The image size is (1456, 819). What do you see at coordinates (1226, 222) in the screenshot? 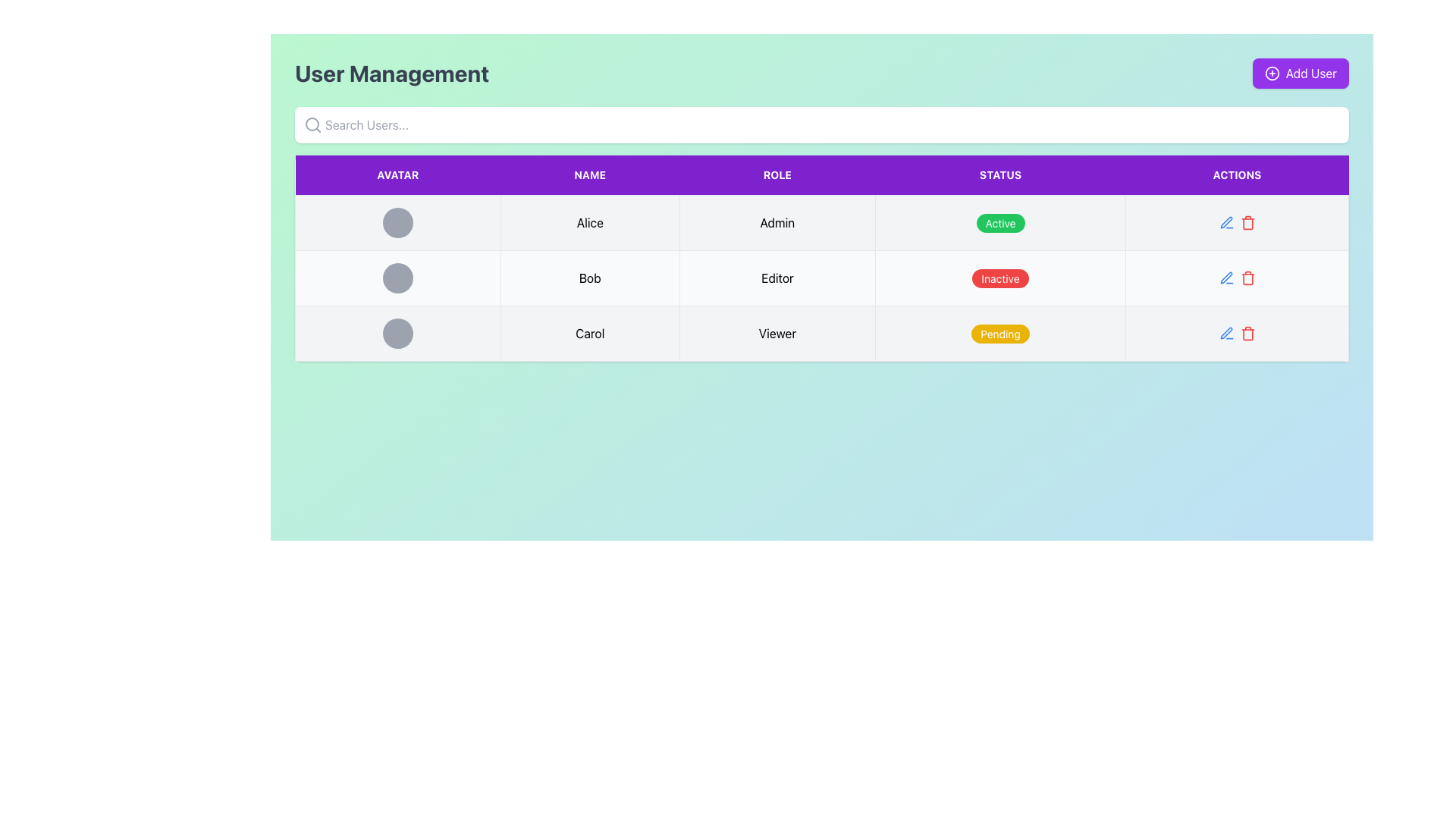
I see `the SVG icon representing 'Edit' functionality located in the second column under the 'Actions' header in the row associated with 'Bob'` at bounding box center [1226, 222].